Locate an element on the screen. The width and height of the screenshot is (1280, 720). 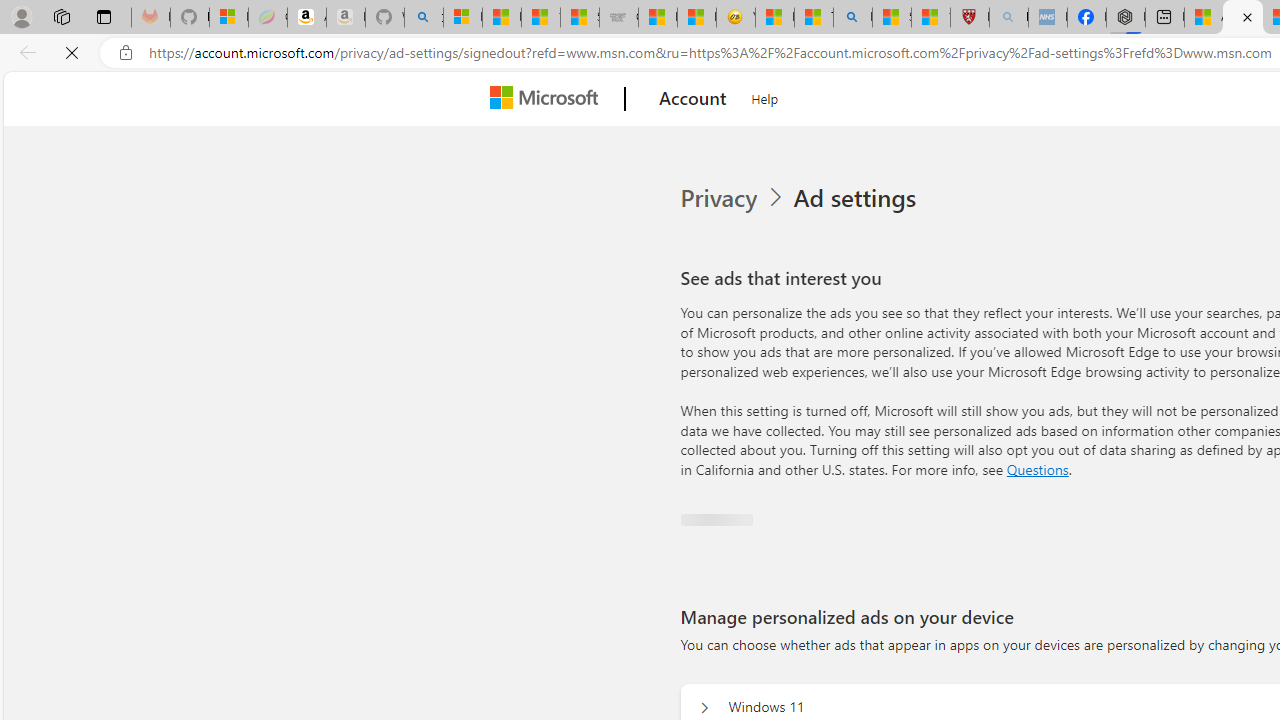
'Ad settings' is located at coordinates (853, 198).